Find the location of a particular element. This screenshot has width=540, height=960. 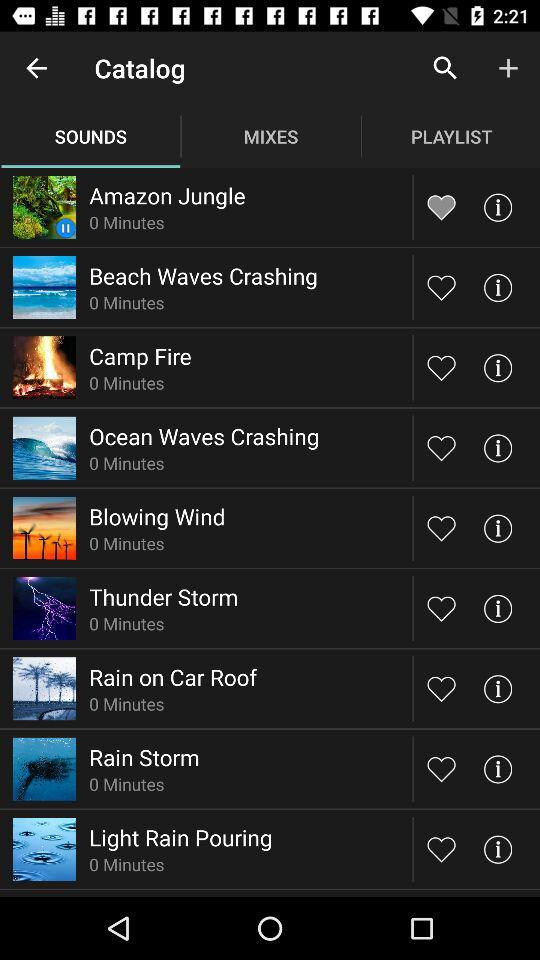

like sound is located at coordinates (441, 607).